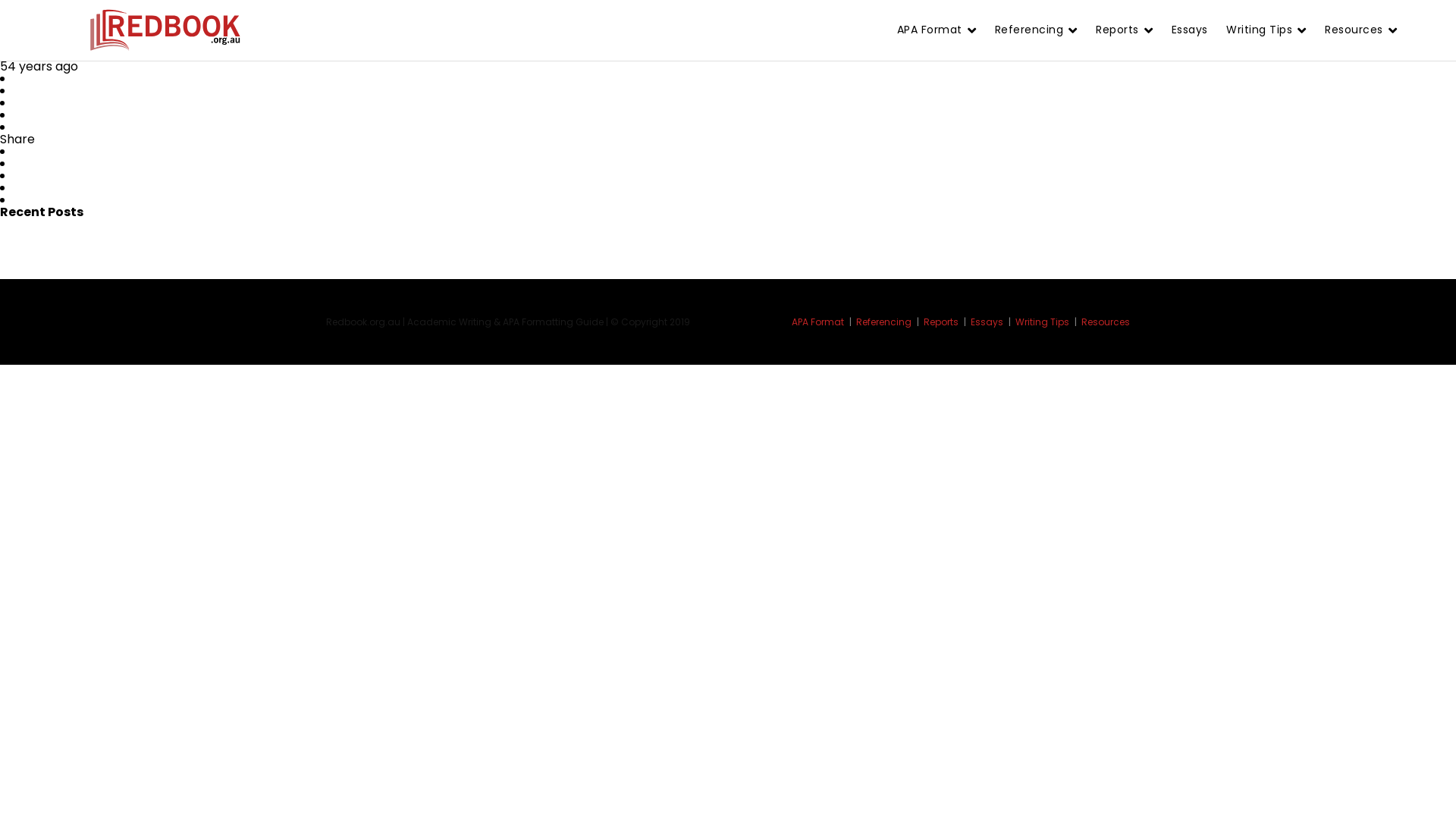 This screenshot has height=819, width=1456. What do you see at coordinates (821, 321) in the screenshot?
I see `'APA Format'` at bounding box center [821, 321].